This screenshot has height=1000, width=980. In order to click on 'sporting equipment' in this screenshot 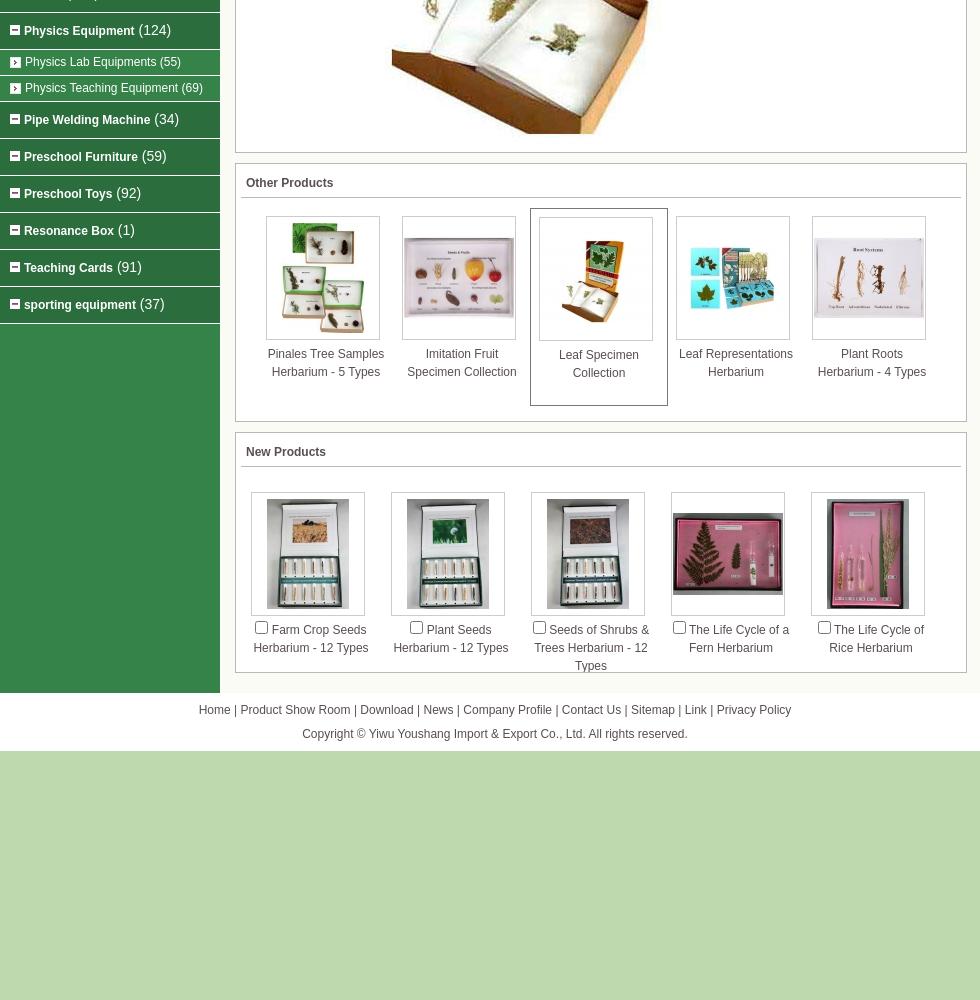, I will do `click(78, 305)`.